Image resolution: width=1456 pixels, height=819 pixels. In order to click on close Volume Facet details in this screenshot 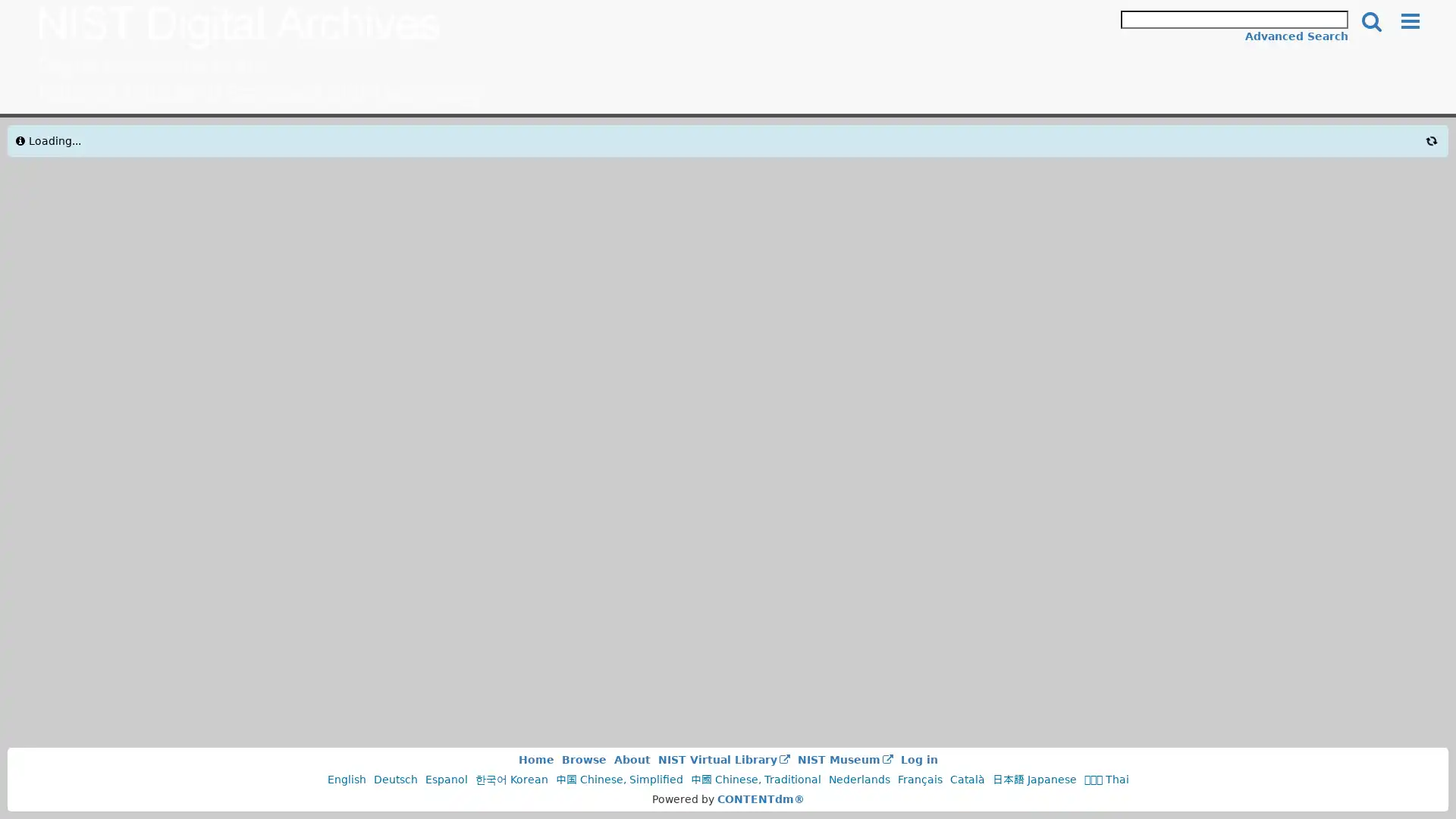, I will do `click(70, 493)`.